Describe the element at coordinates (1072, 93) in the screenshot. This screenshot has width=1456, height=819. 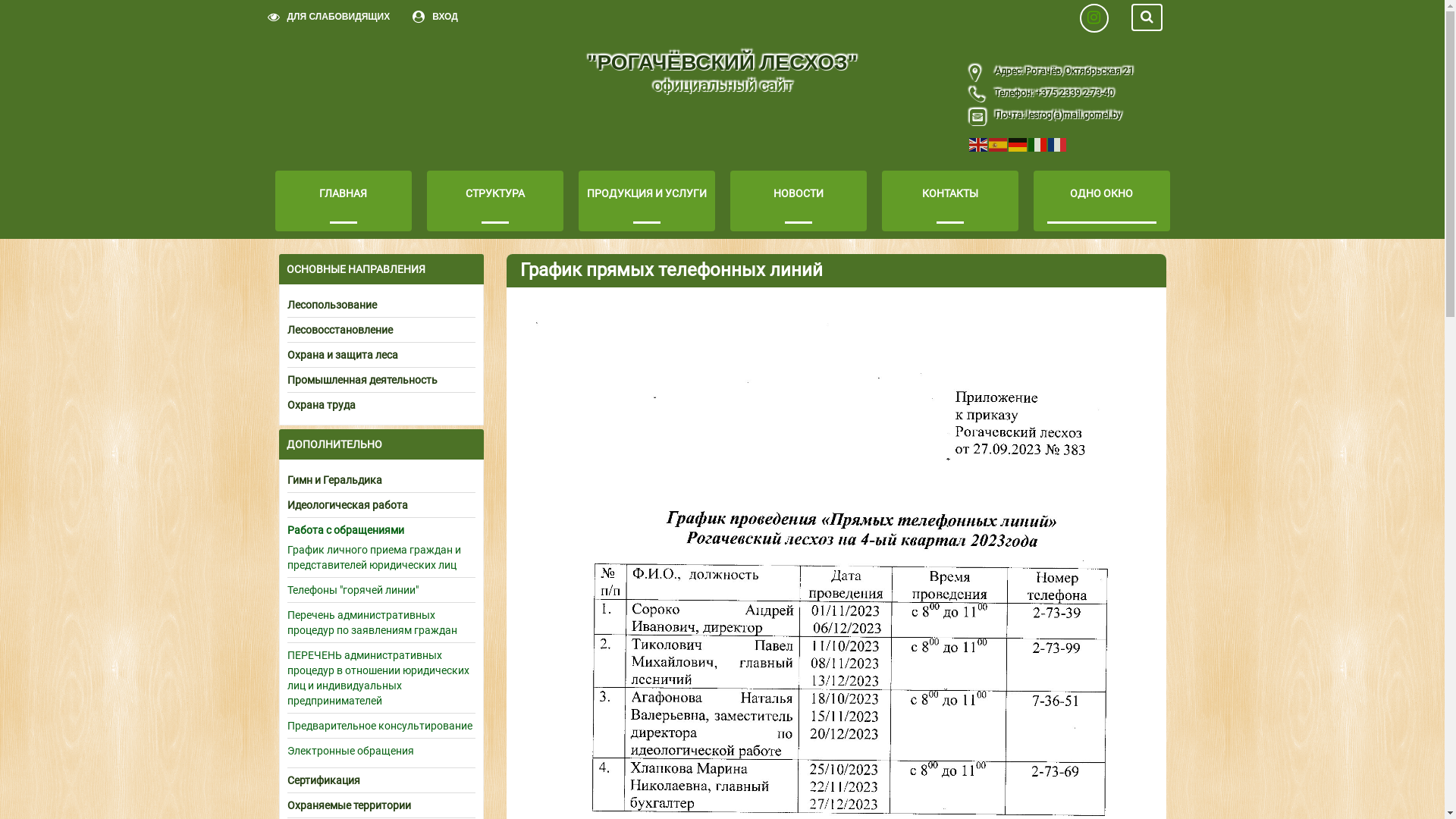
I see `'+375 2339 2-73-40'` at that location.